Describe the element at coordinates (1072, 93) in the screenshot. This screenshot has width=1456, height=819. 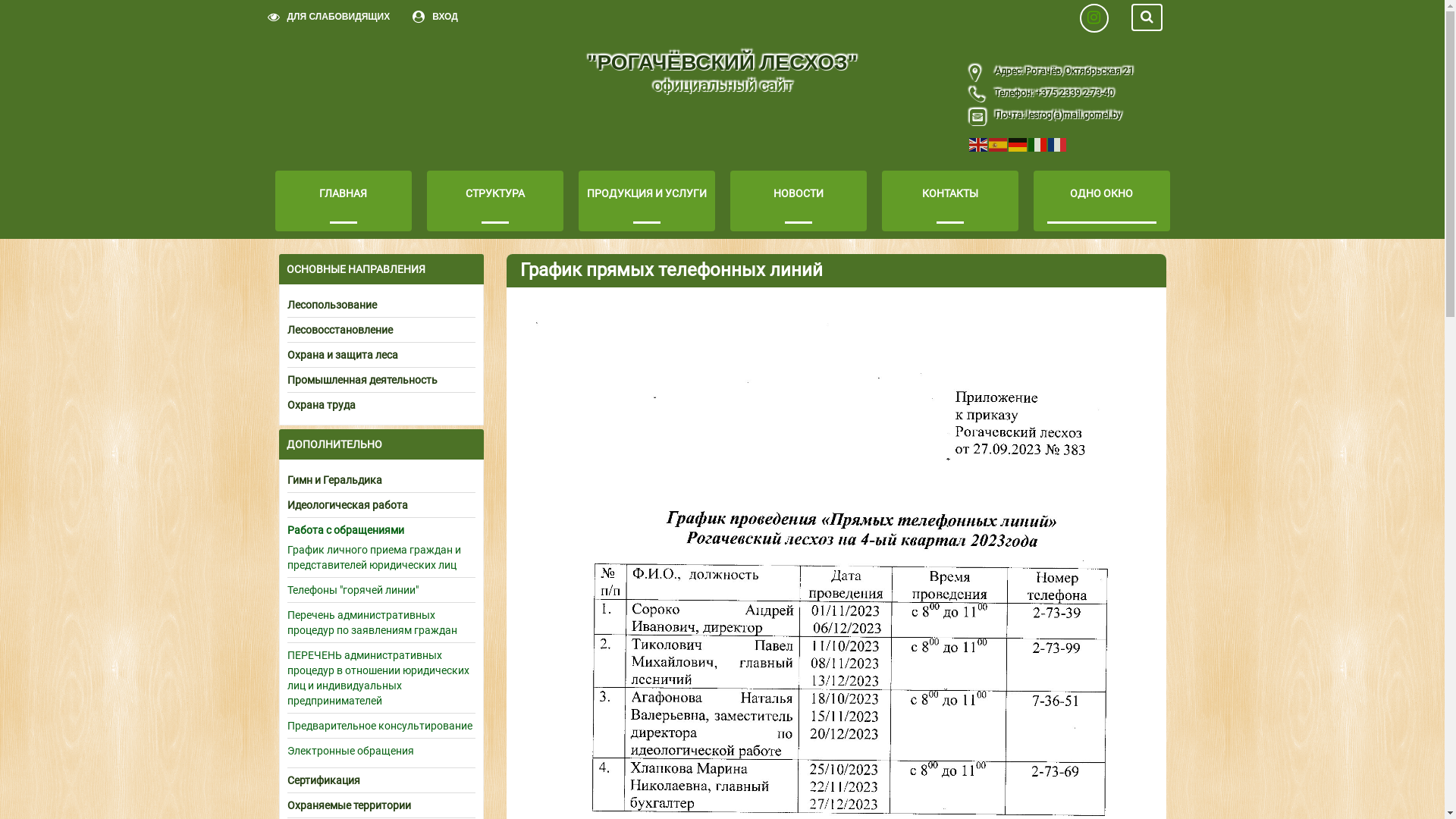
I see `'+375 2339 2-73-40'` at that location.